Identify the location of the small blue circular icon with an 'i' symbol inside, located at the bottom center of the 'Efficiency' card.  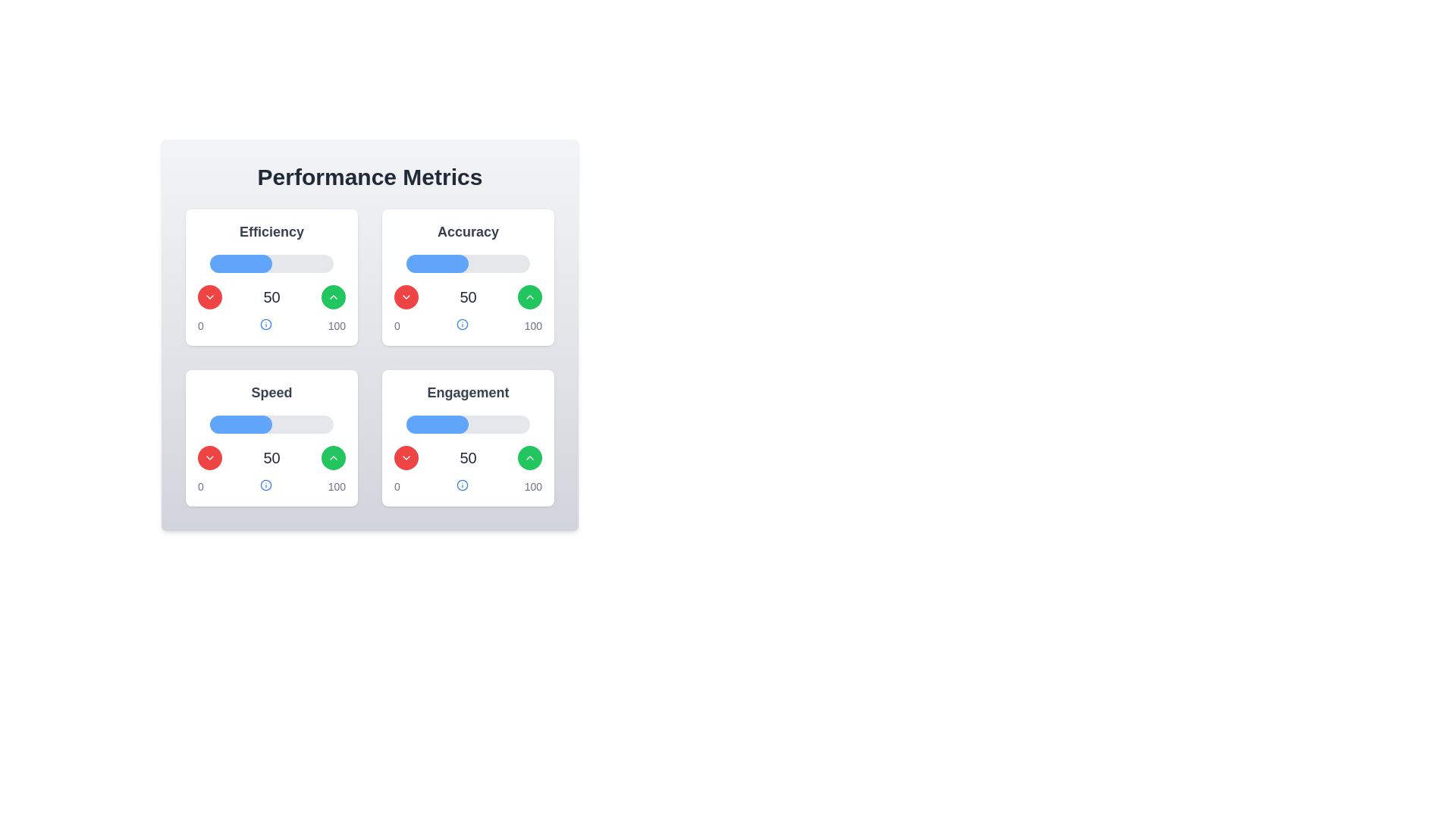
(265, 324).